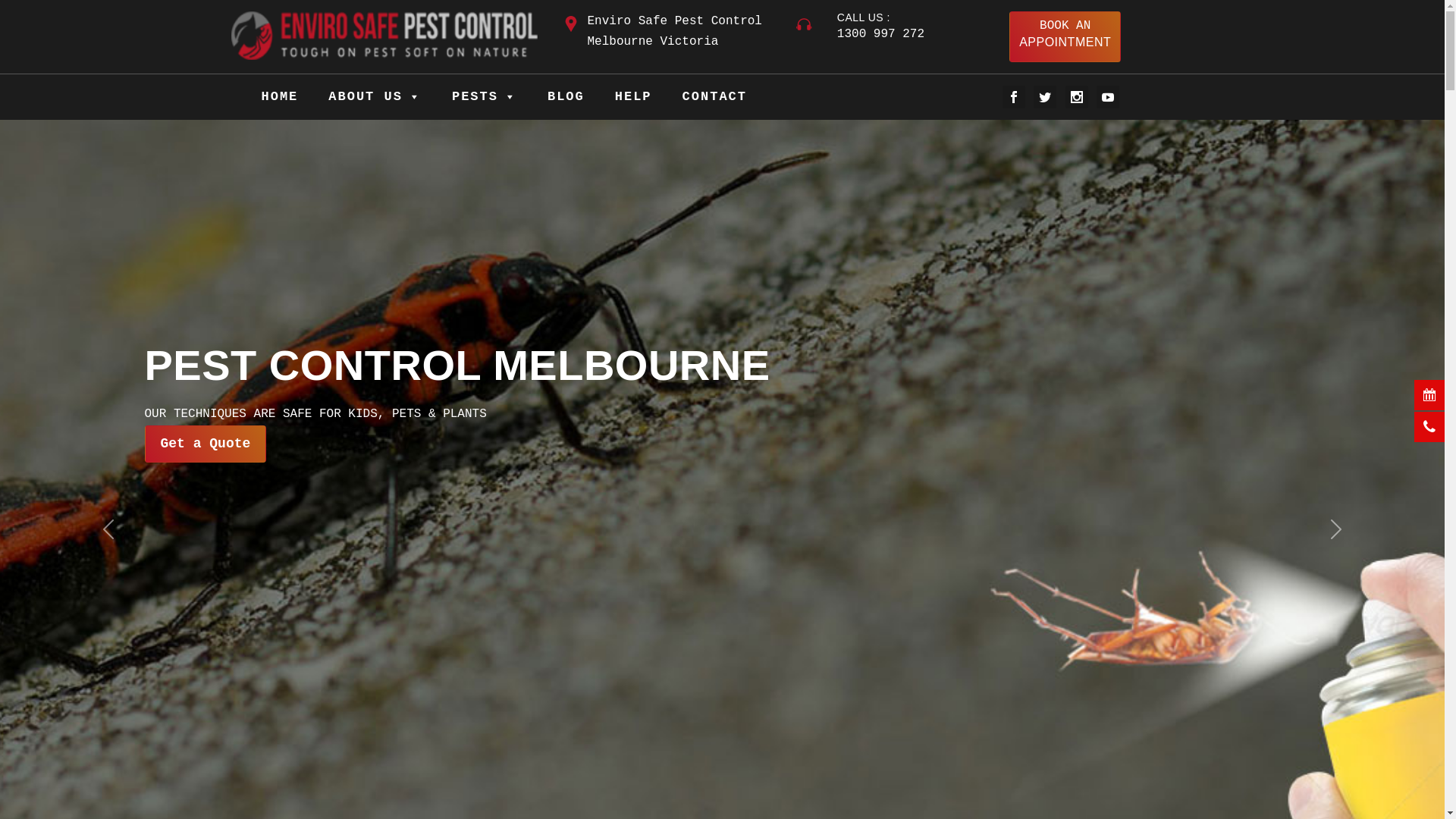 The width and height of the screenshot is (1456, 819). What do you see at coordinates (375, 96) in the screenshot?
I see `'ABOUT US'` at bounding box center [375, 96].